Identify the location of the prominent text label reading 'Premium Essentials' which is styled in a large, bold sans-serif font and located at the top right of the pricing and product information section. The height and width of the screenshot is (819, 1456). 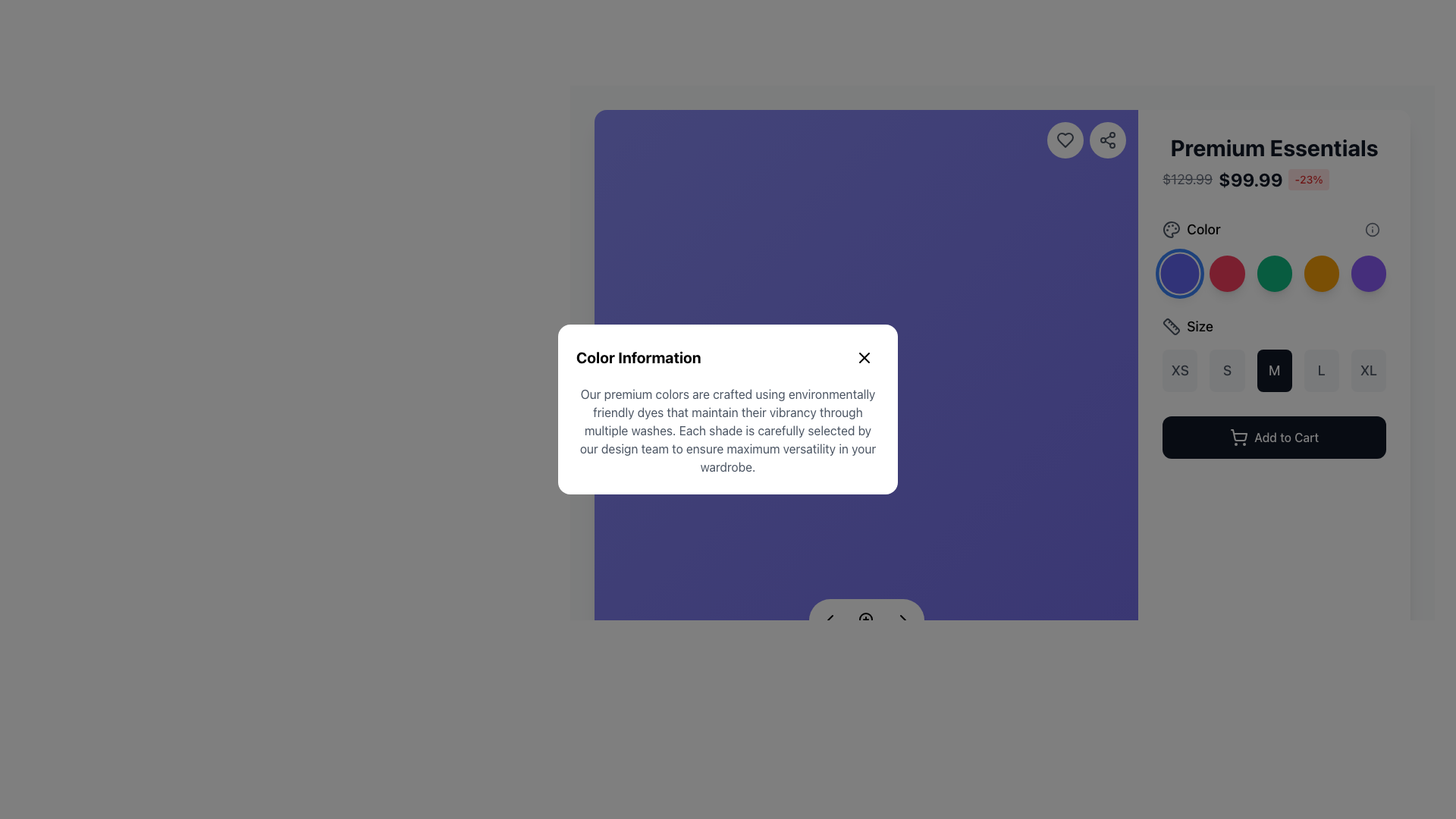
(1274, 148).